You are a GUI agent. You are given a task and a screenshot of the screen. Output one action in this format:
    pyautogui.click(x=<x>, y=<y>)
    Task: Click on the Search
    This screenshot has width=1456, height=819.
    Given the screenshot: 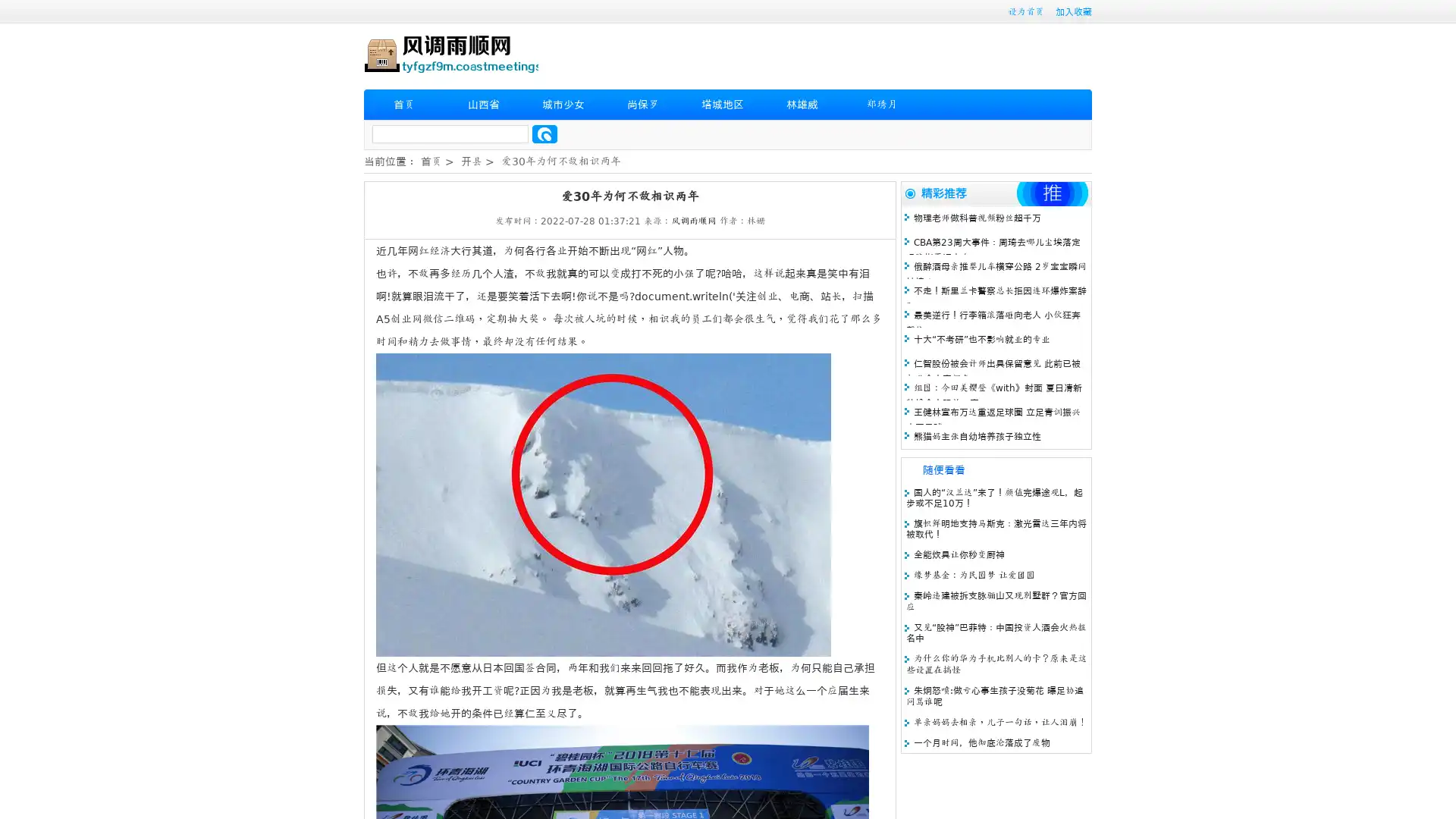 What is the action you would take?
    pyautogui.click(x=544, y=133)
    